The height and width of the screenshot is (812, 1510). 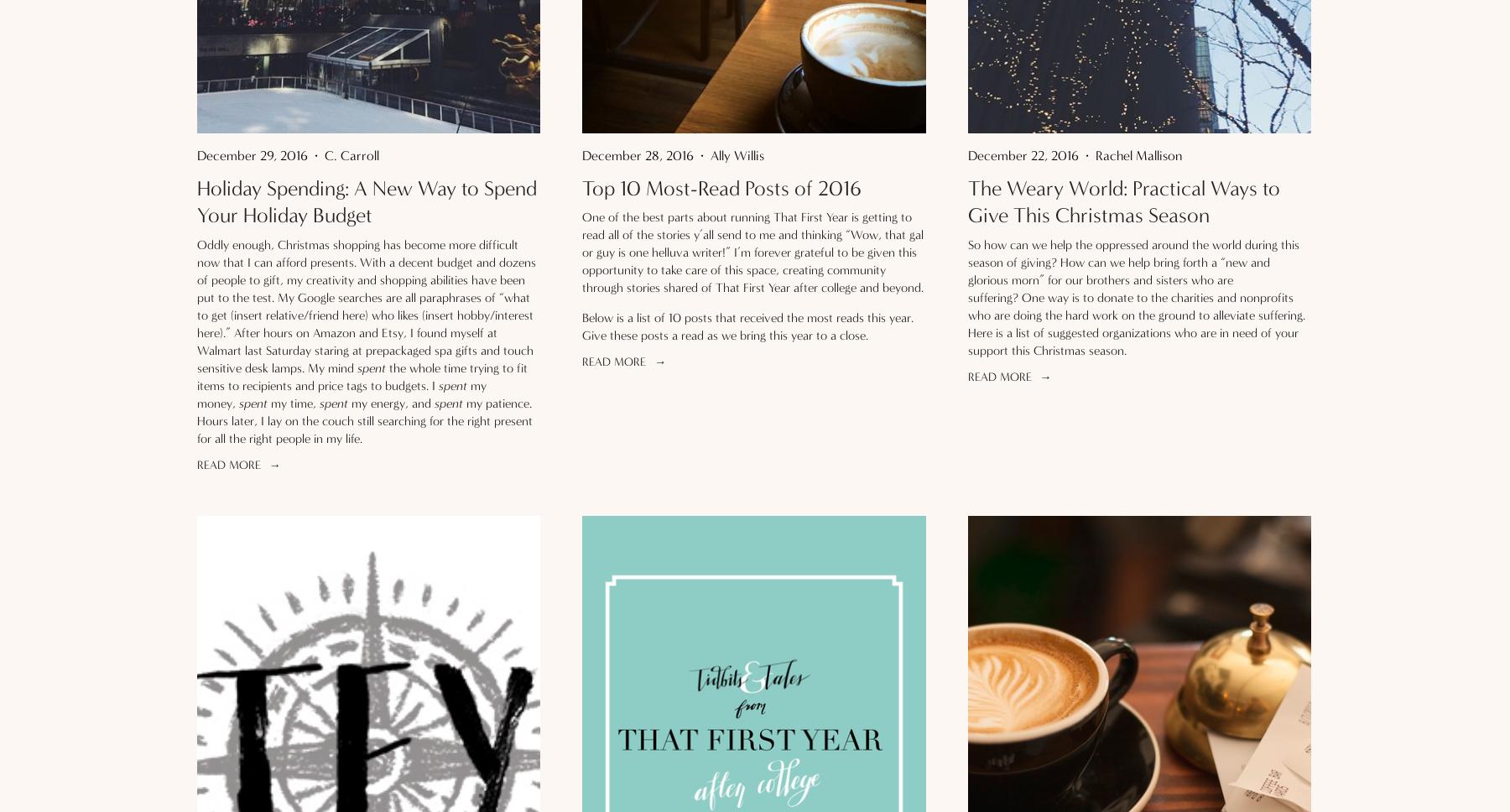 I want to click on 'December 22, 2016', so click(x=1021, y=155).